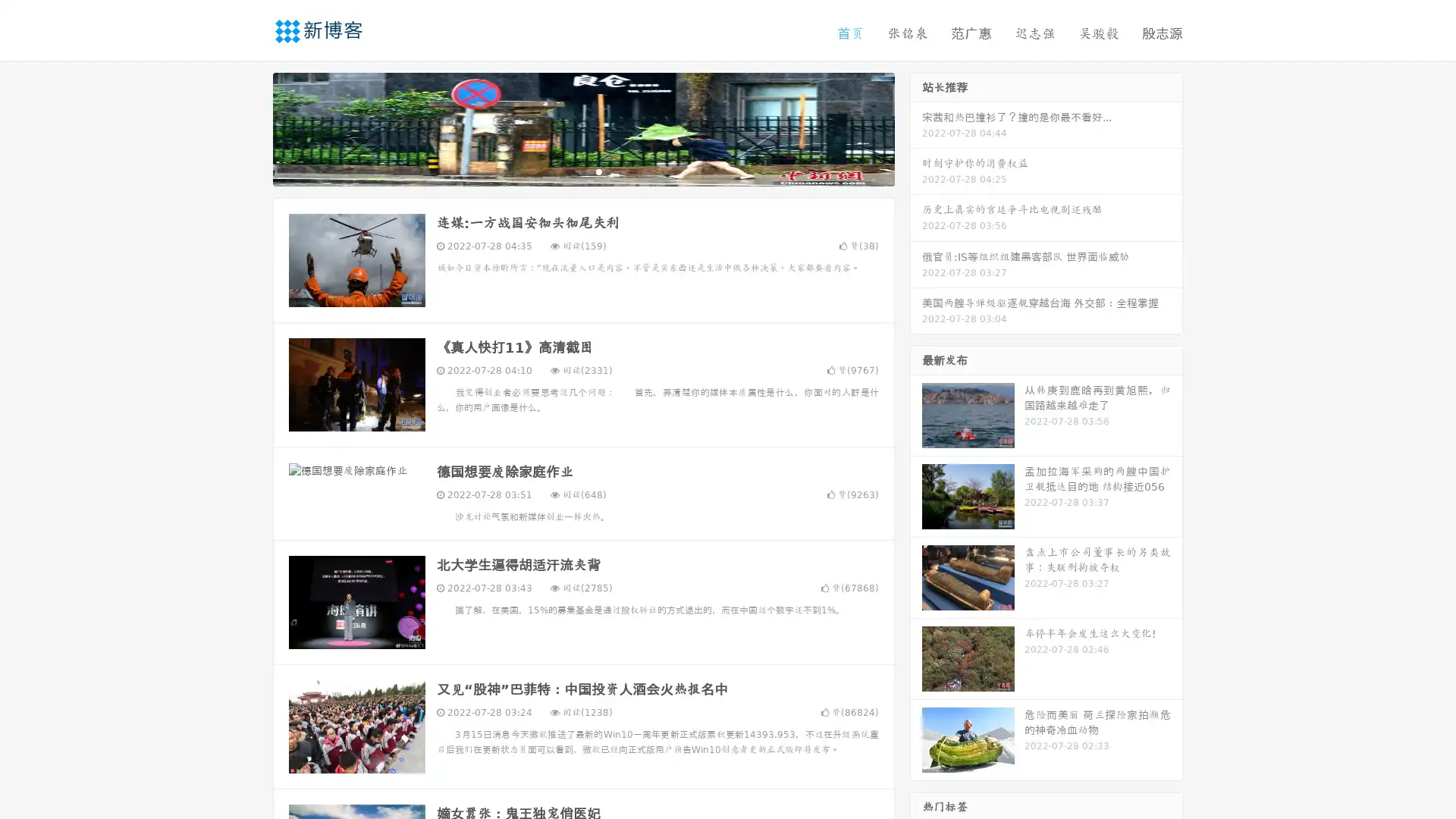  What do you see at coordinates (916, 127) in the screenshot?
I see `Next slide` at bounding box center [916, 127].